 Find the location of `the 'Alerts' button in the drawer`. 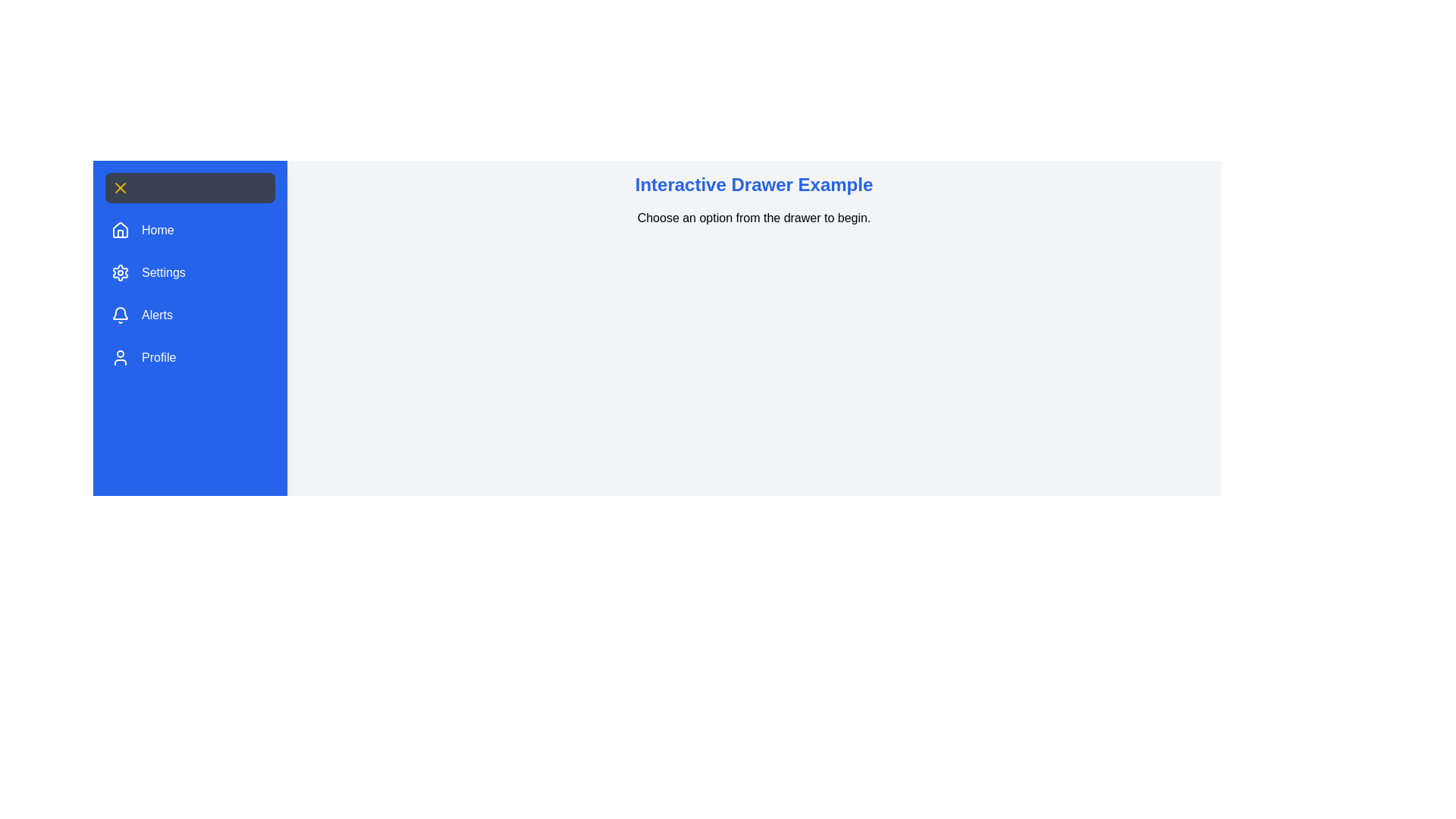

the 'Alerts' button in the drawer is located at coordinates (142, 315).